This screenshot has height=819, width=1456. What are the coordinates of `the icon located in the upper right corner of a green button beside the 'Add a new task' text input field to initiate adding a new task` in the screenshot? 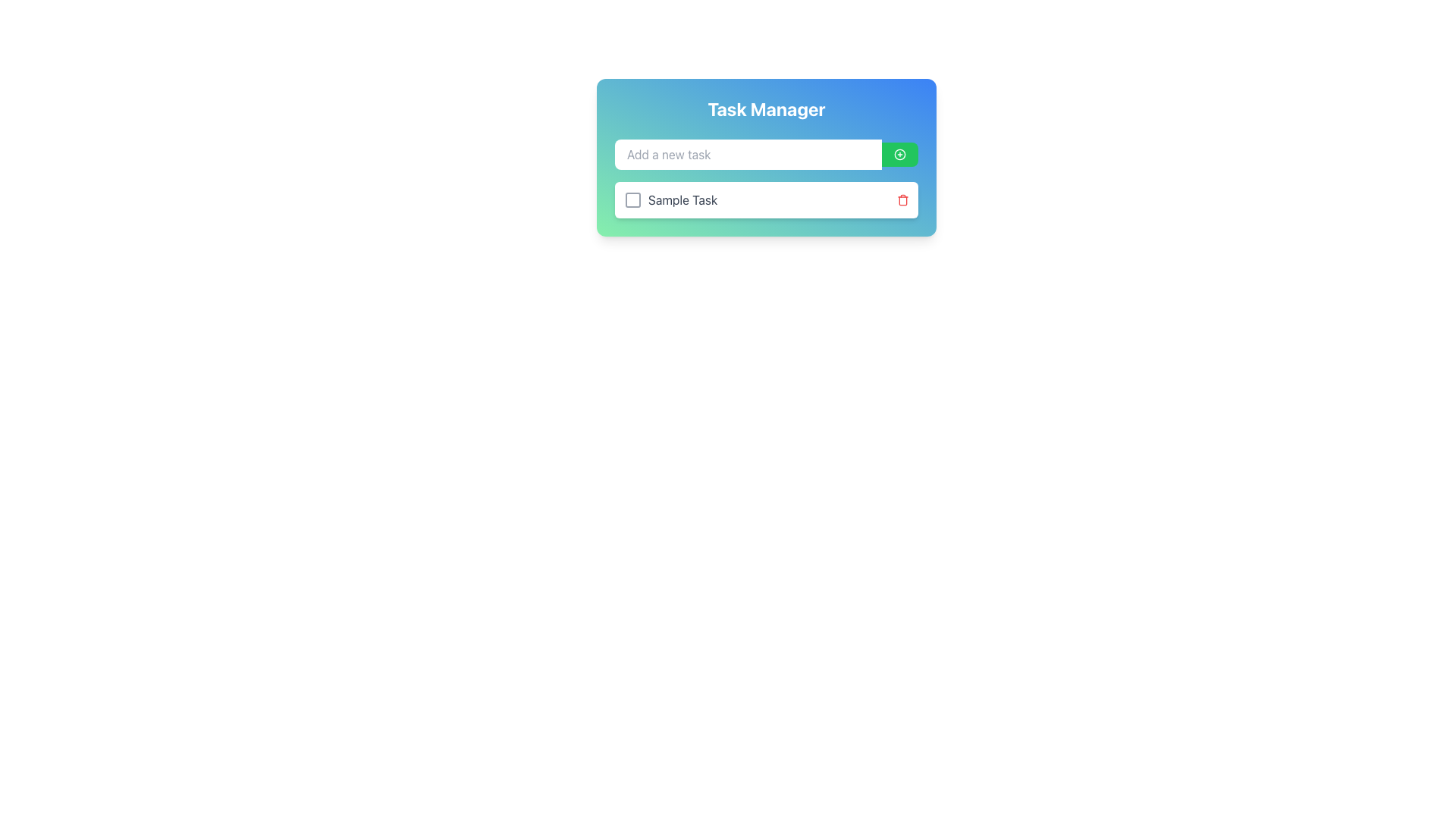 It's located at (899, 155).